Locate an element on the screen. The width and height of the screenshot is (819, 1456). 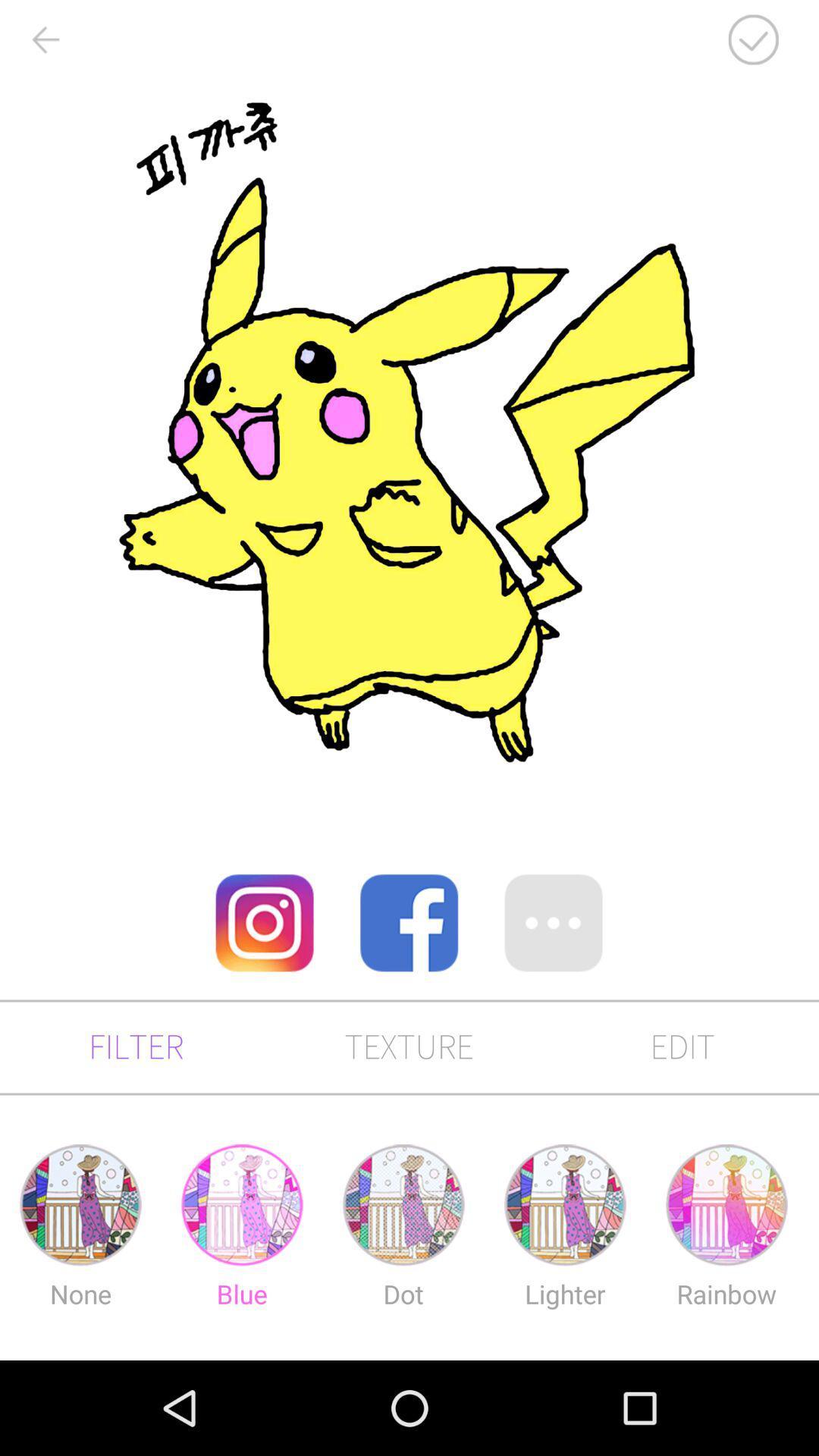
submit is located at coordinates (753, 39).